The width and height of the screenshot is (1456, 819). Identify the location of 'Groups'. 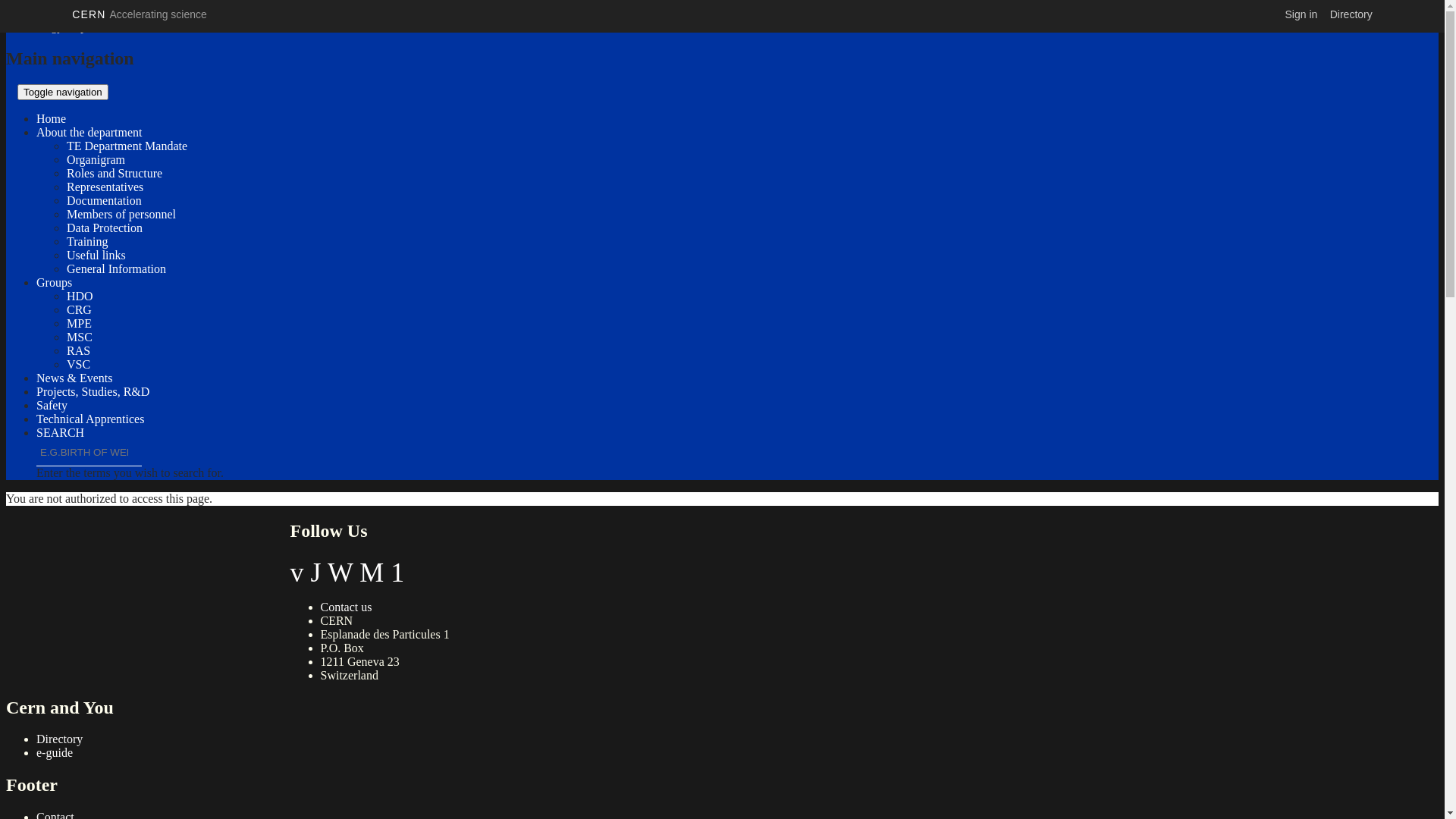
(54, 282).